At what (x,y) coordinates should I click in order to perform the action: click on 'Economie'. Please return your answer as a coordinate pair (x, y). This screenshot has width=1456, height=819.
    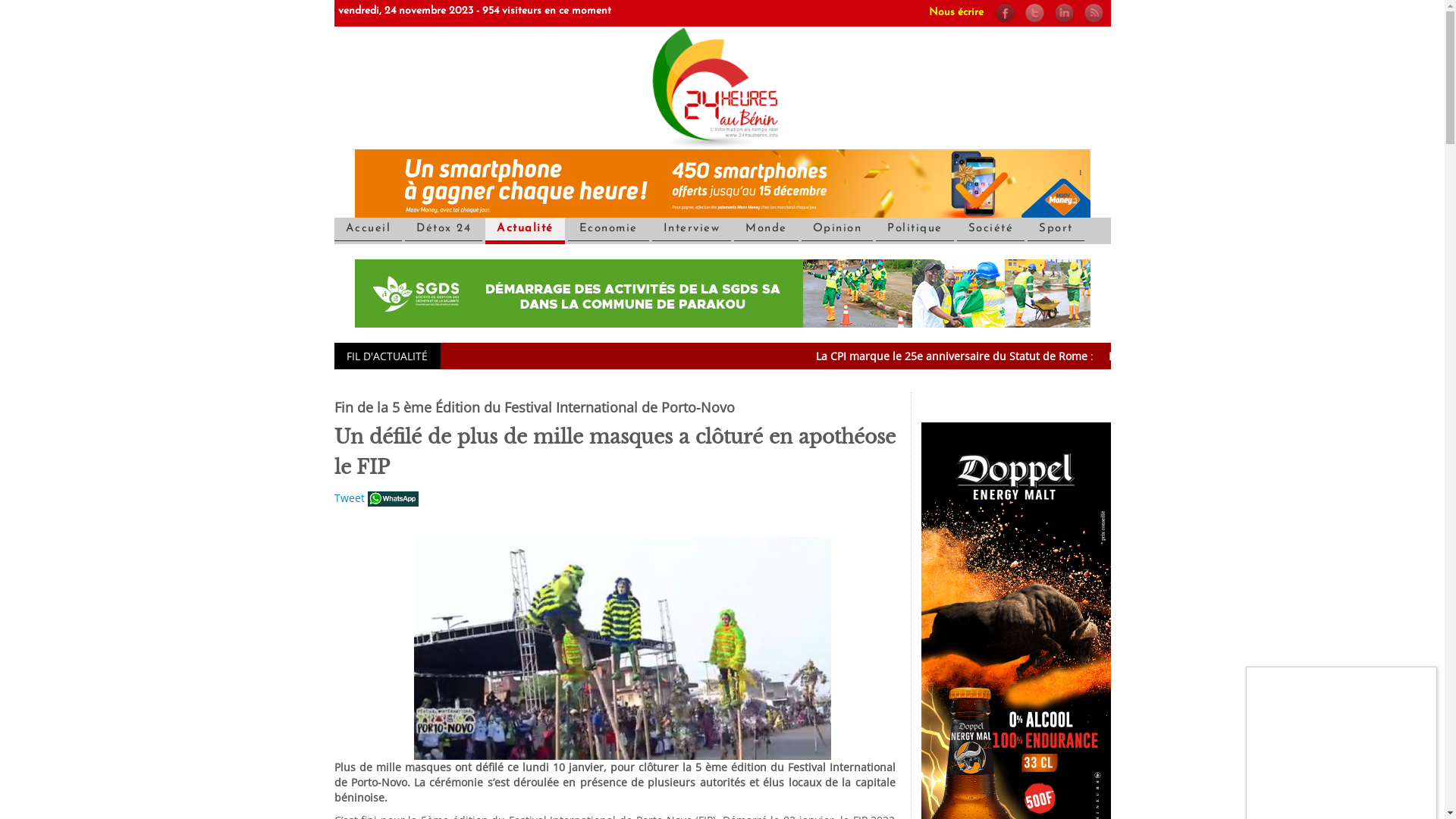
    Looking at the image, I should click on (566, 229).